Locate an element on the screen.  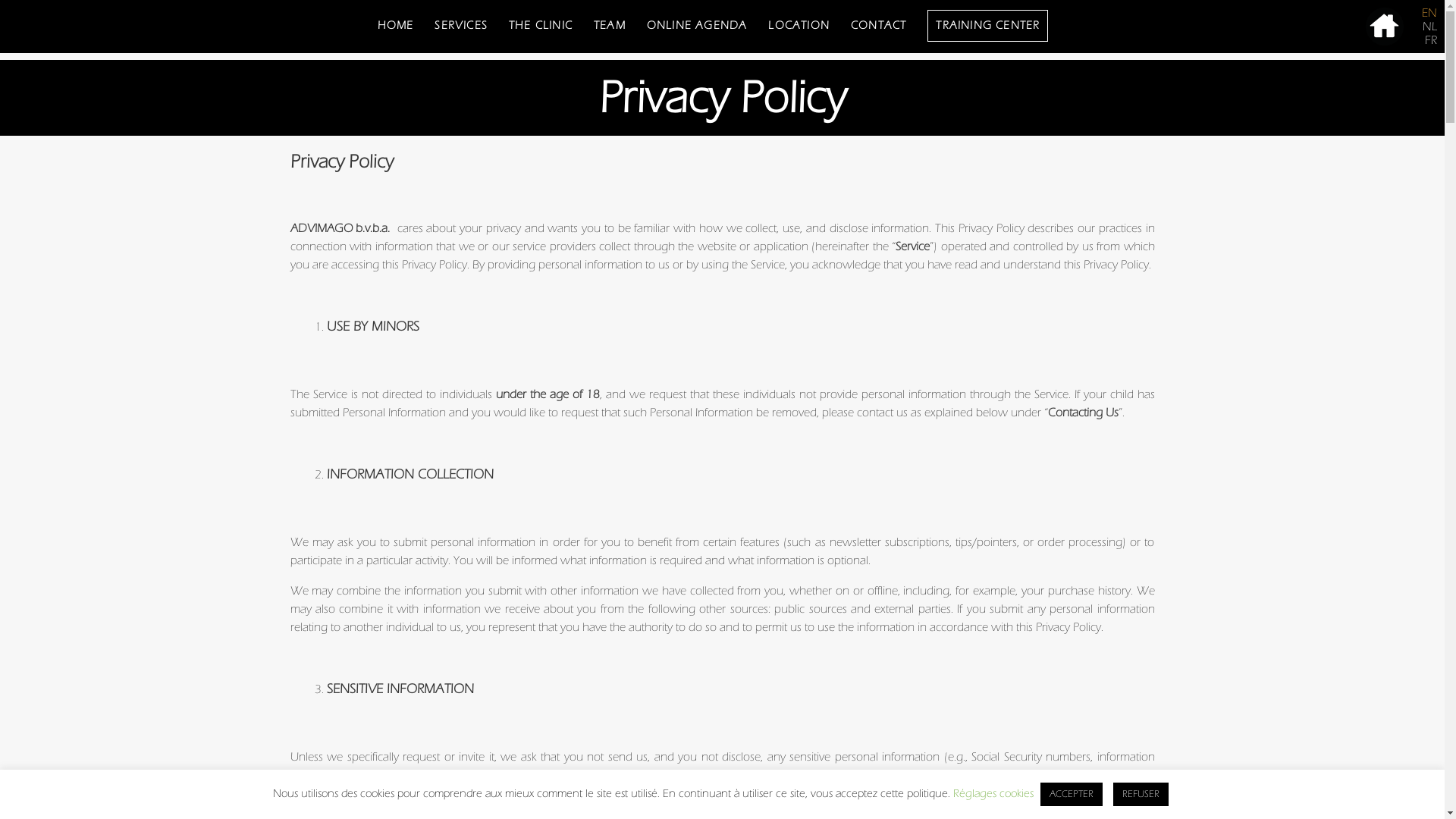
'LOCATION' is located at coordinates (798, 24).